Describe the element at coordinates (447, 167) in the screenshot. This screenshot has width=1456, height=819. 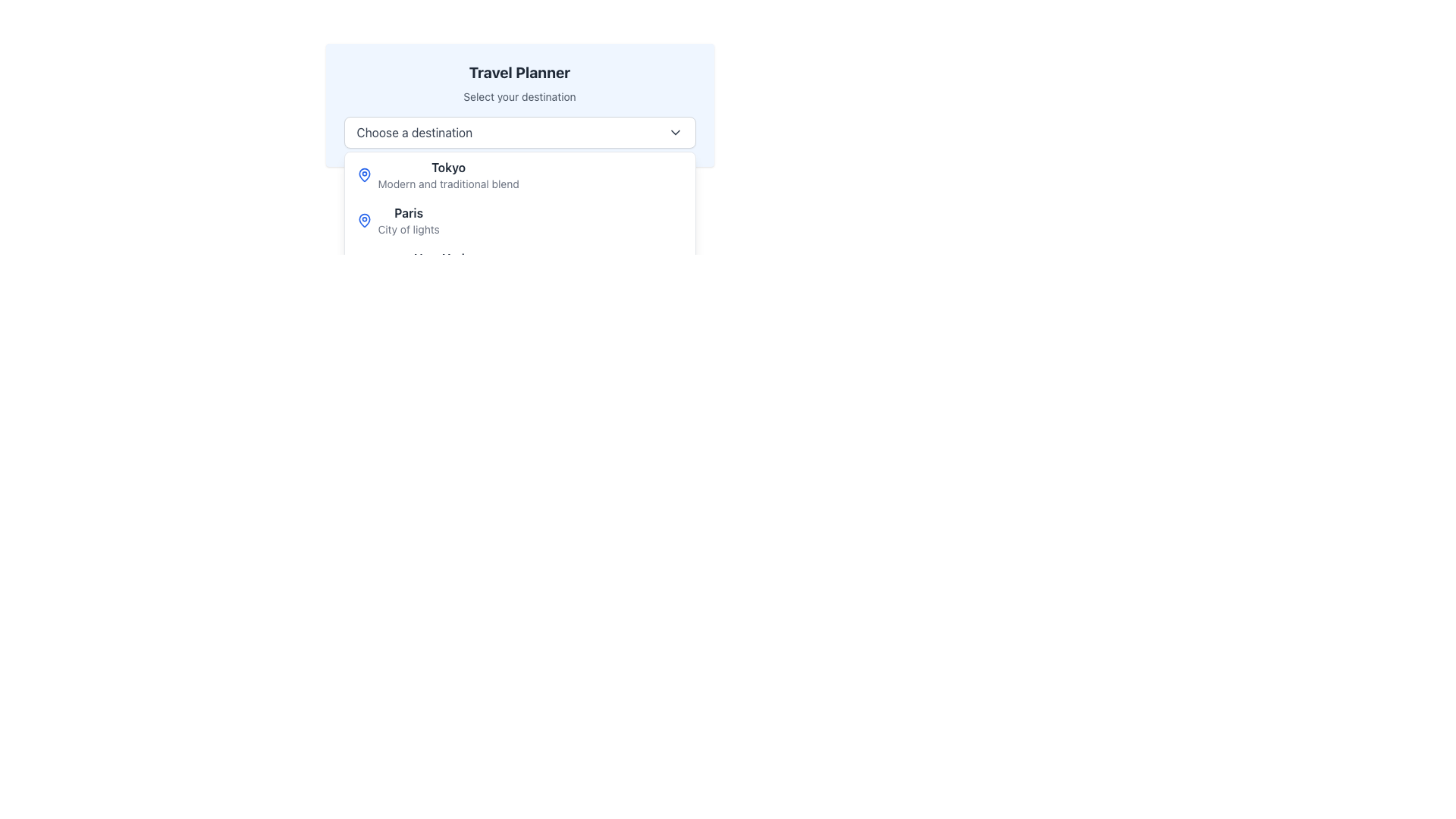
I see `the first selectable option in the dropdown list for choosing a travel destination, which is located above the text description 'Modern and traditional blend'` at that location.